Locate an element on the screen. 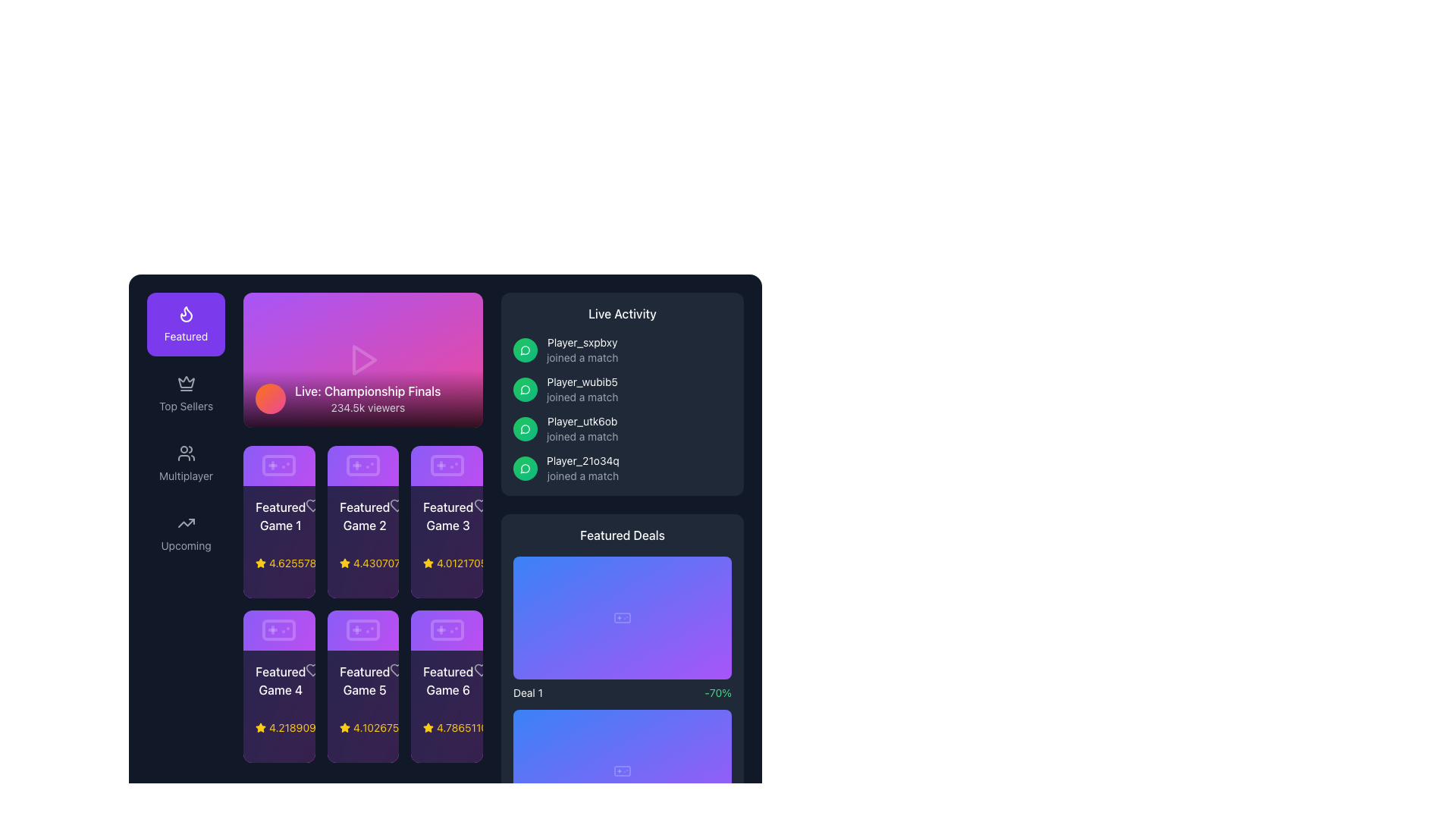 This screenshot has width=1456, height=819. the text label displaying 'Player_21o34q' in white font is located at coordinates (582, 460).